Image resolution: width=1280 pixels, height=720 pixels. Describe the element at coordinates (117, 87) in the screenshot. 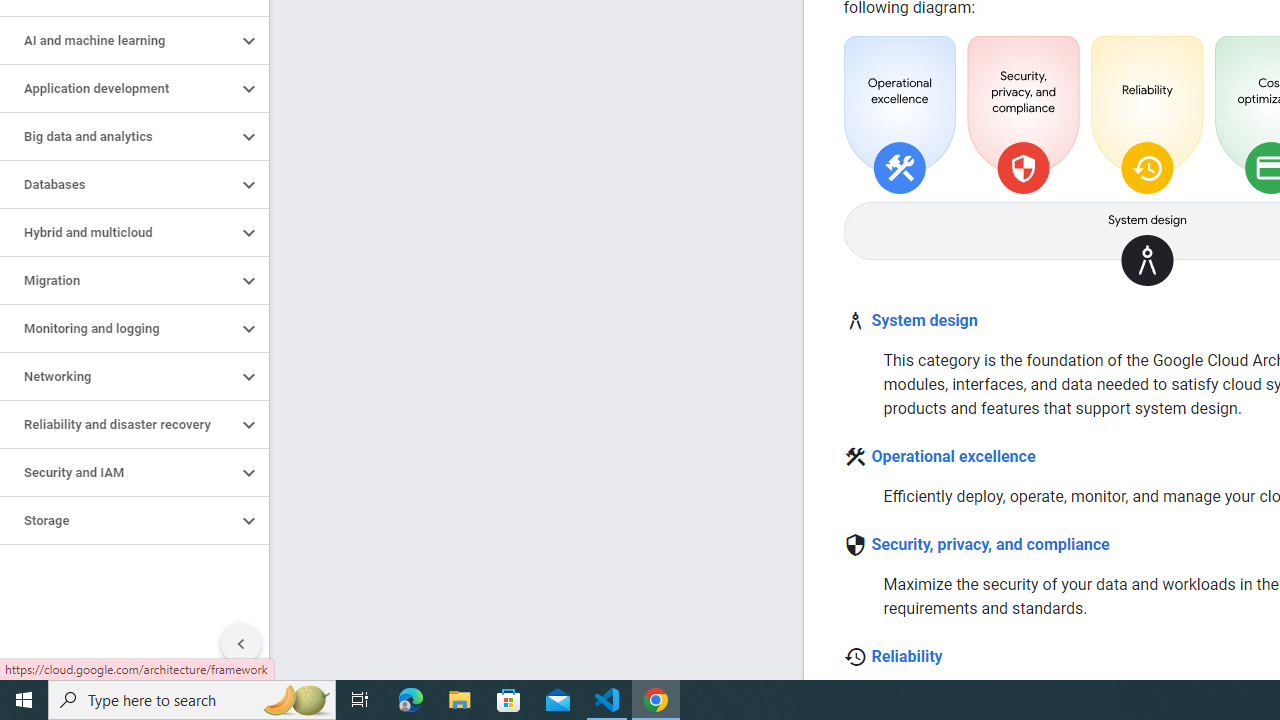

I see `'Application development'` at that location.